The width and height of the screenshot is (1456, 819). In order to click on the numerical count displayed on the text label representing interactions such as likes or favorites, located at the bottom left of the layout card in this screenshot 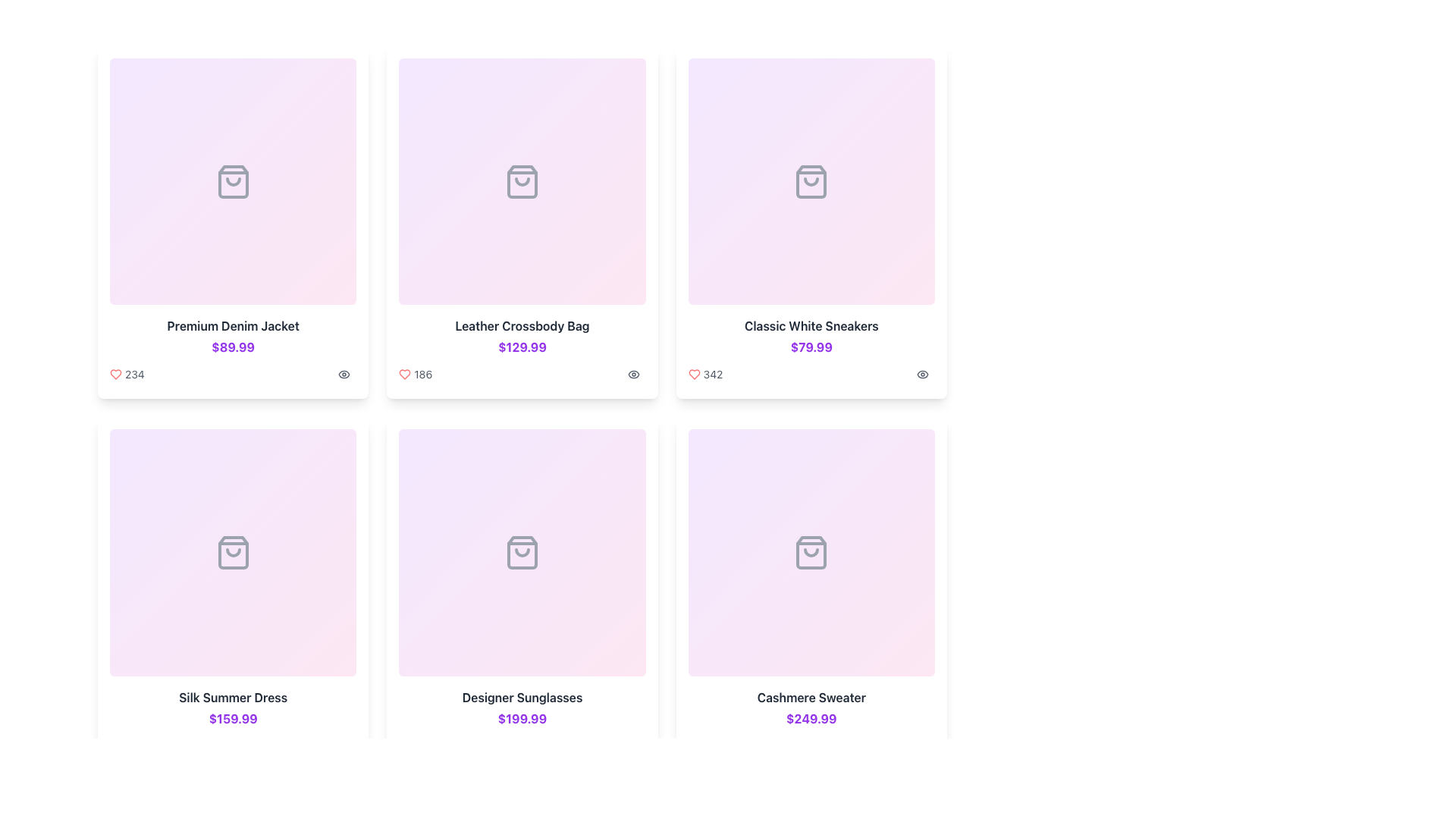, I will do `click(232, 745)`.